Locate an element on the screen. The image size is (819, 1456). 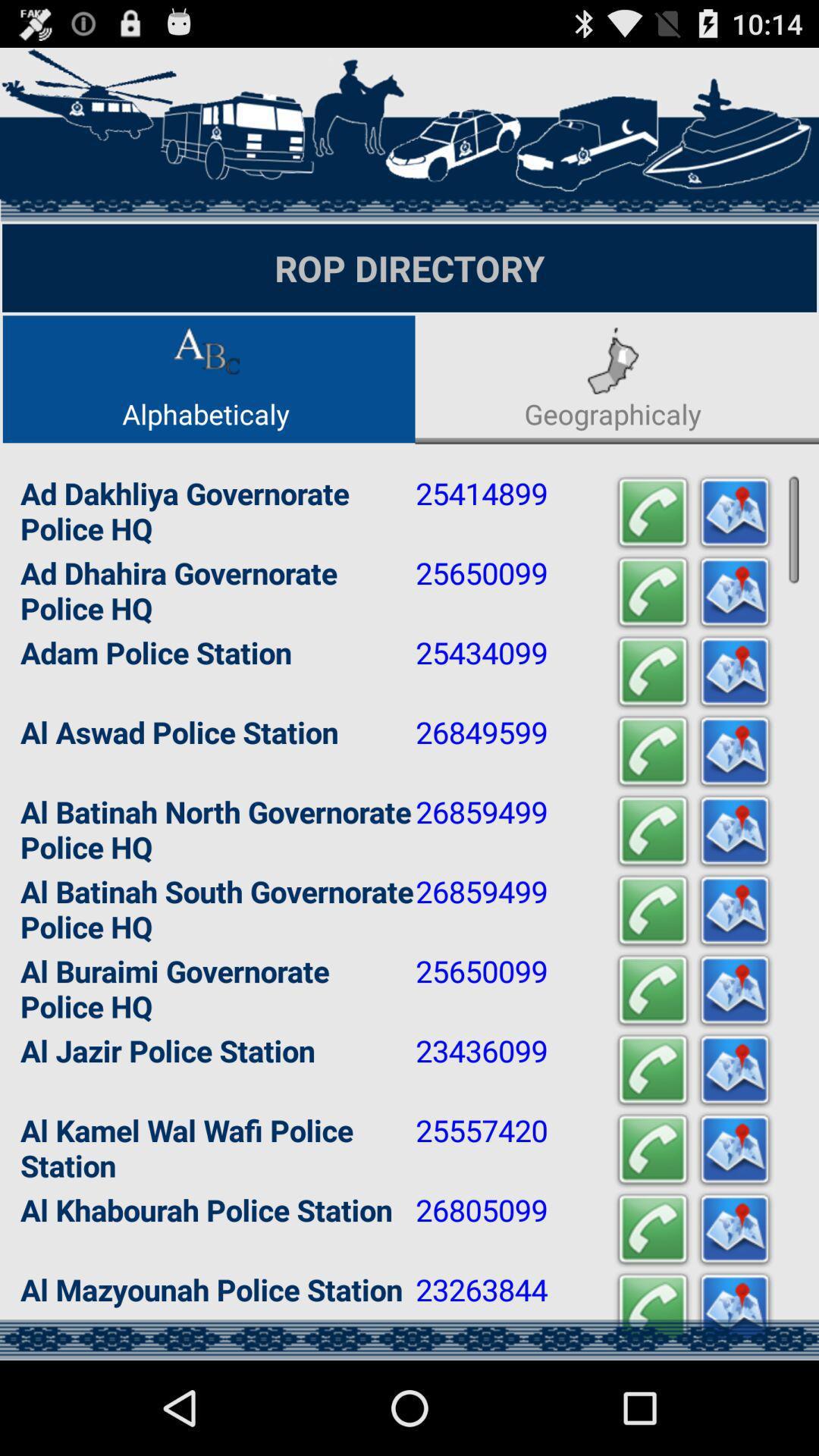
icon to the right of 26859499 app is located at coordinates (651, 910).